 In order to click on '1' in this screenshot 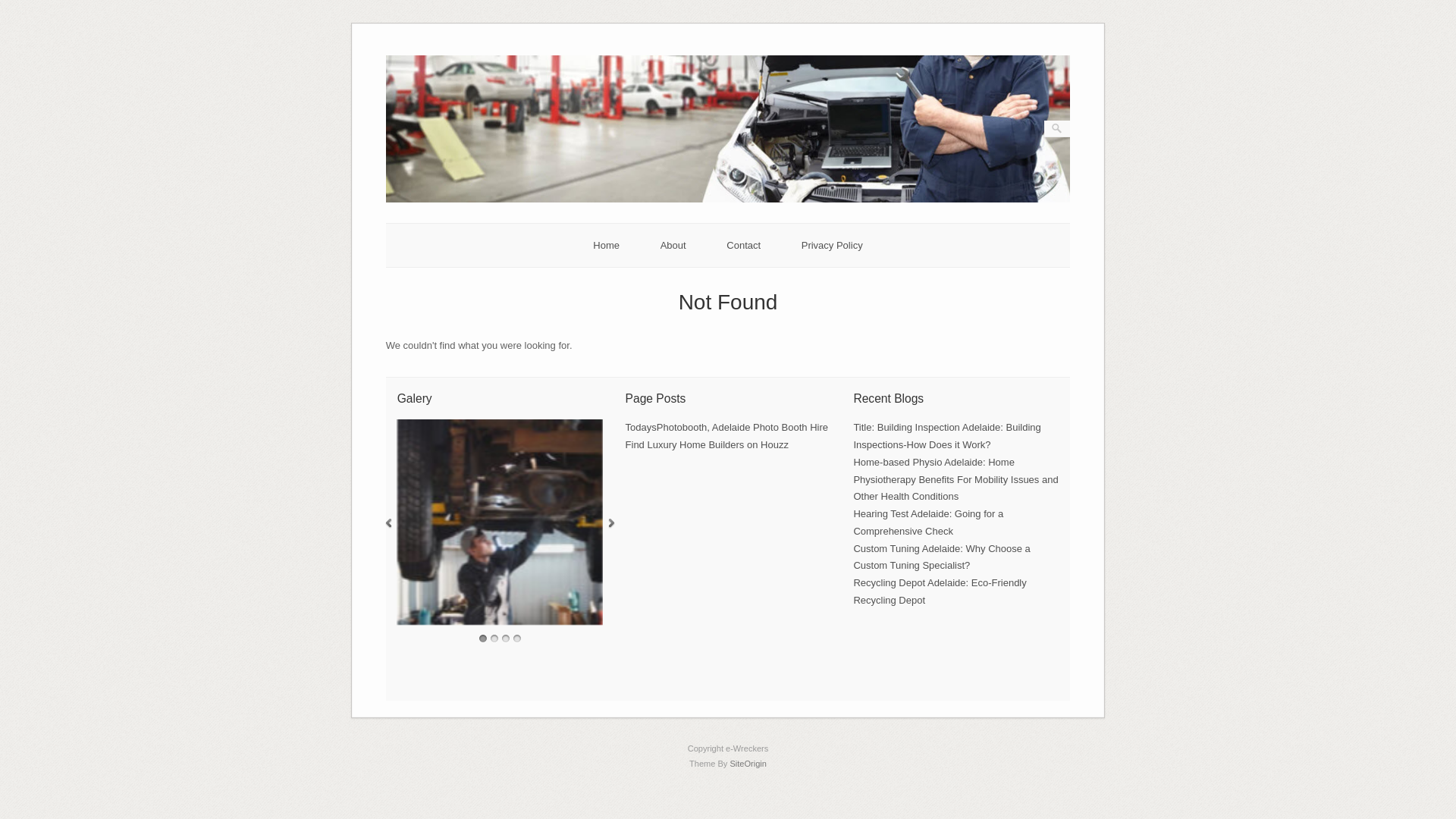, I will do `click(482, 639)`.